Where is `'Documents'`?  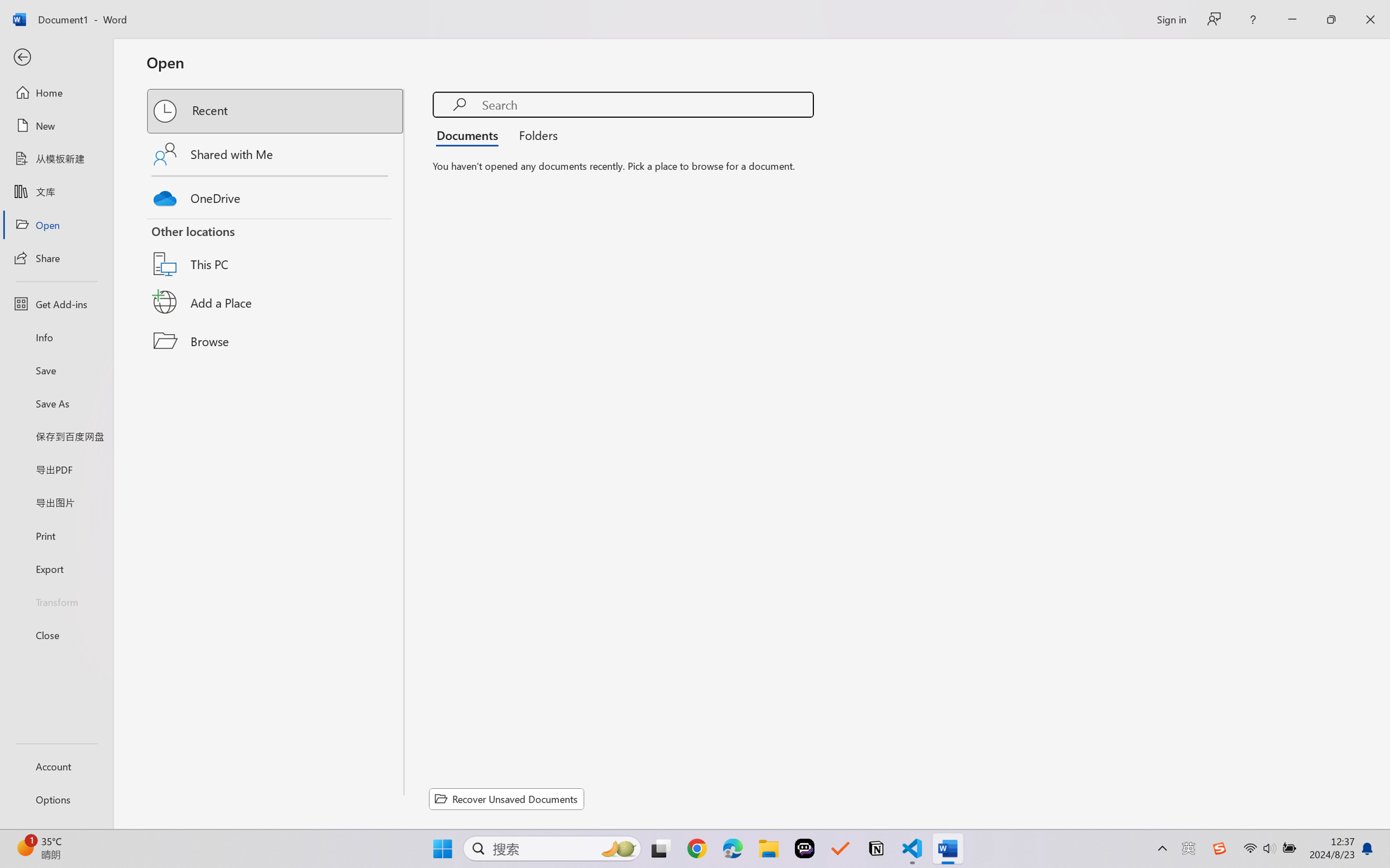
'Documents' is located at coordinates (470, 134).